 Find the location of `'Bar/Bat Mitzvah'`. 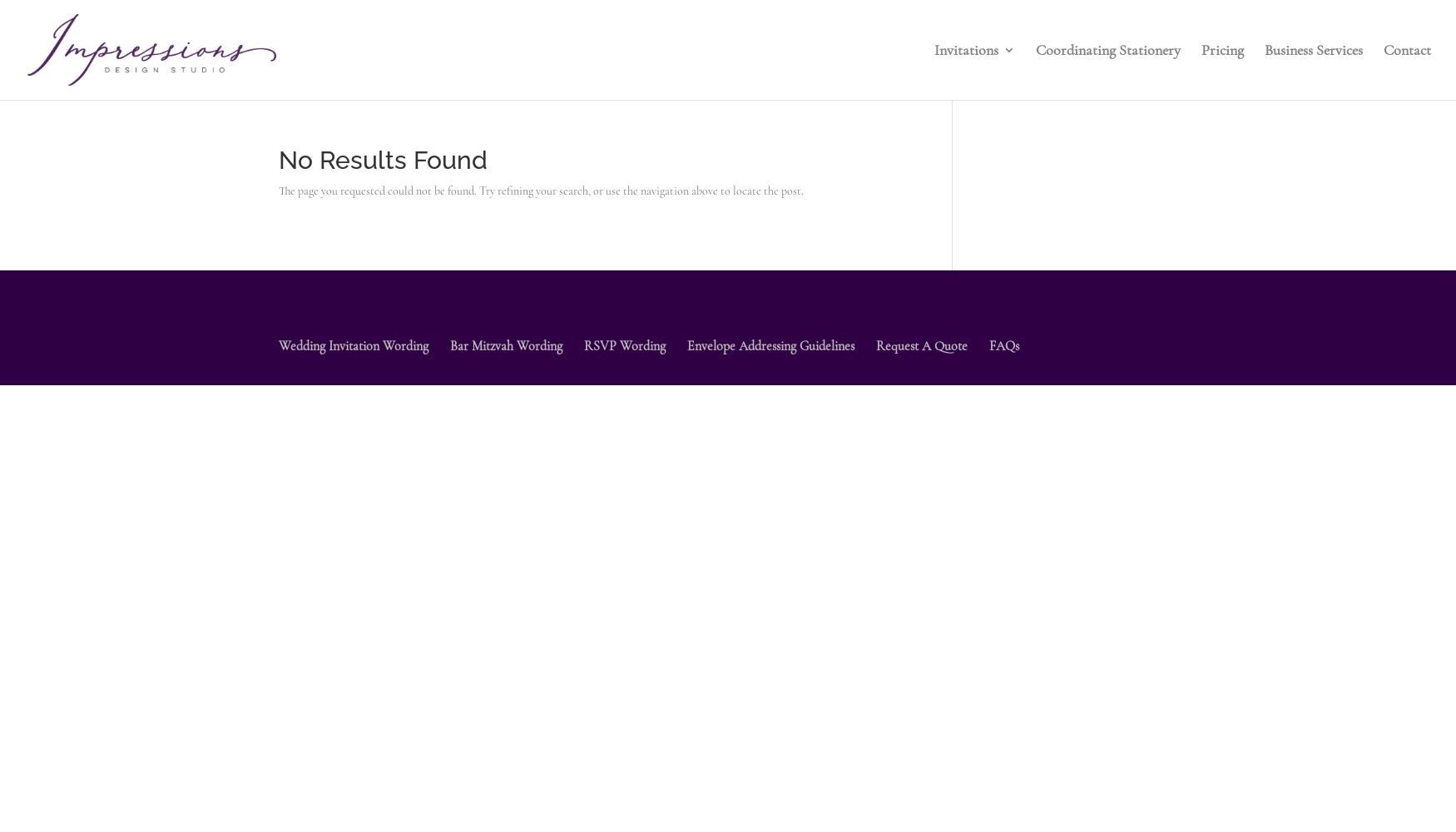

'Bar/Bat Mitzvah' is located at coordinates (1016, 168).